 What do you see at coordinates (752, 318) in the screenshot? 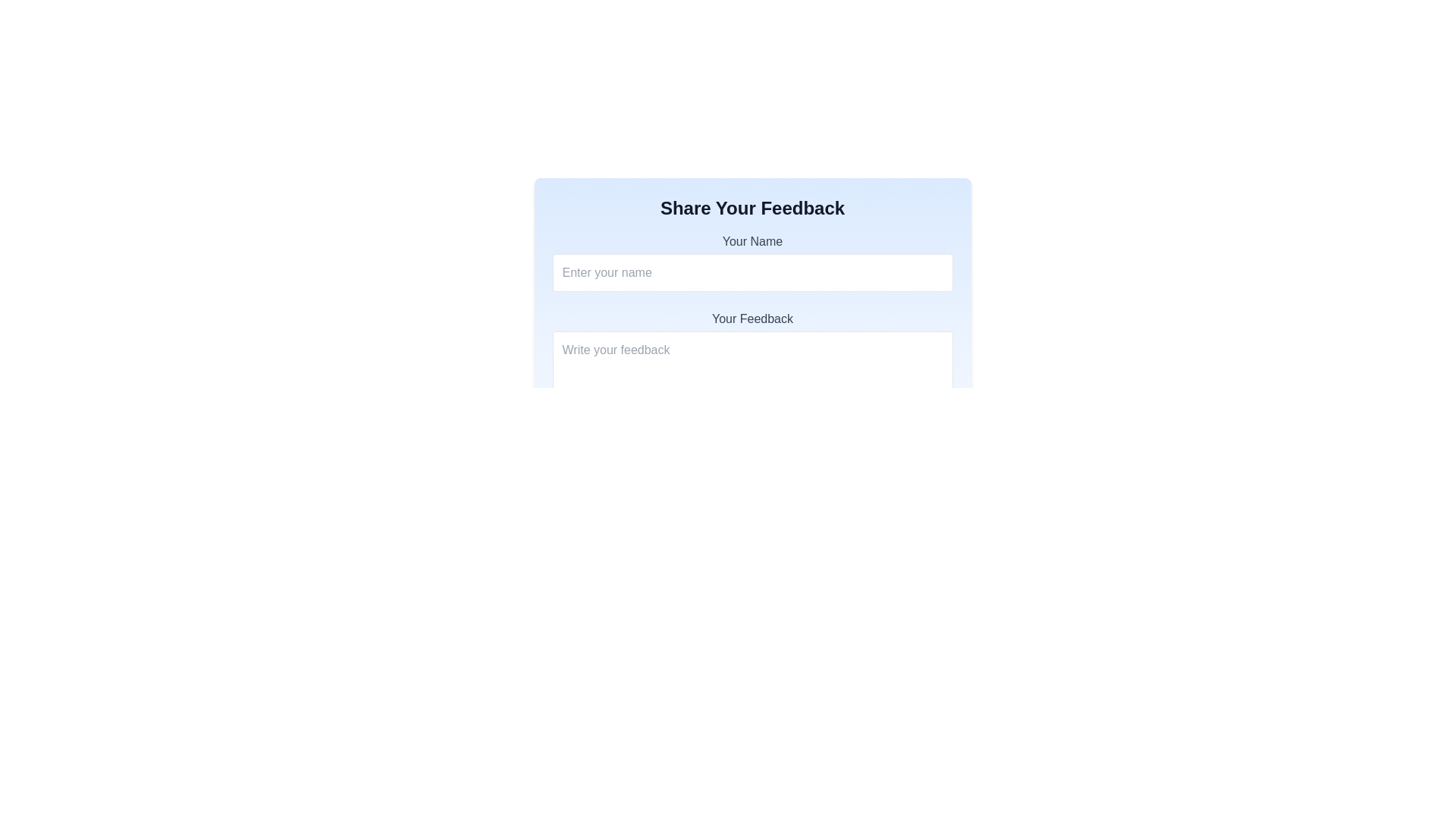
I see `label displaying 'Your Feedback' which is styled in bold sans-serif font and positioned above the feedback input box` at bounding box center [752, 318].